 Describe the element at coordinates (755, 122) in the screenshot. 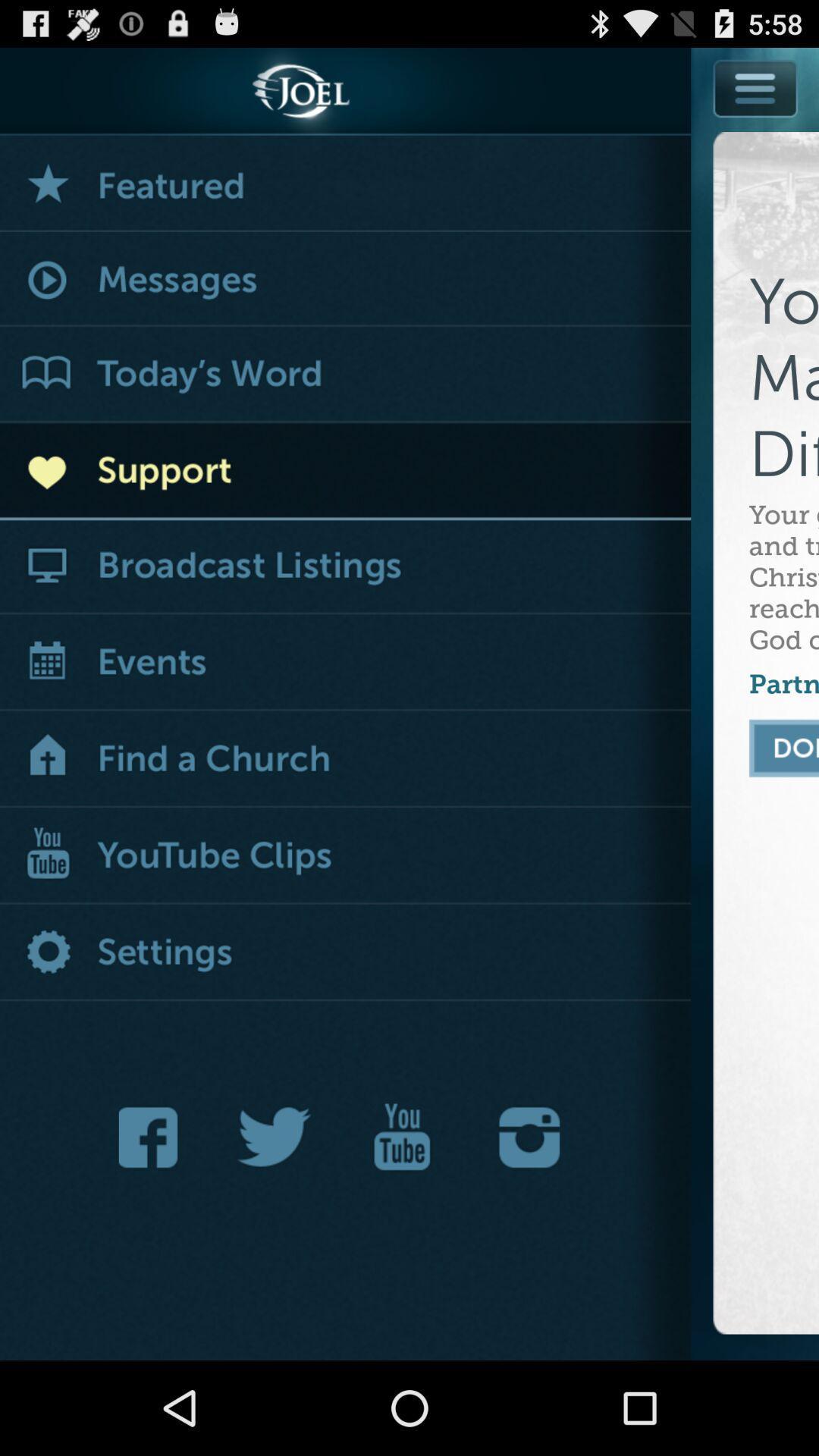

I see `menu` at that location.